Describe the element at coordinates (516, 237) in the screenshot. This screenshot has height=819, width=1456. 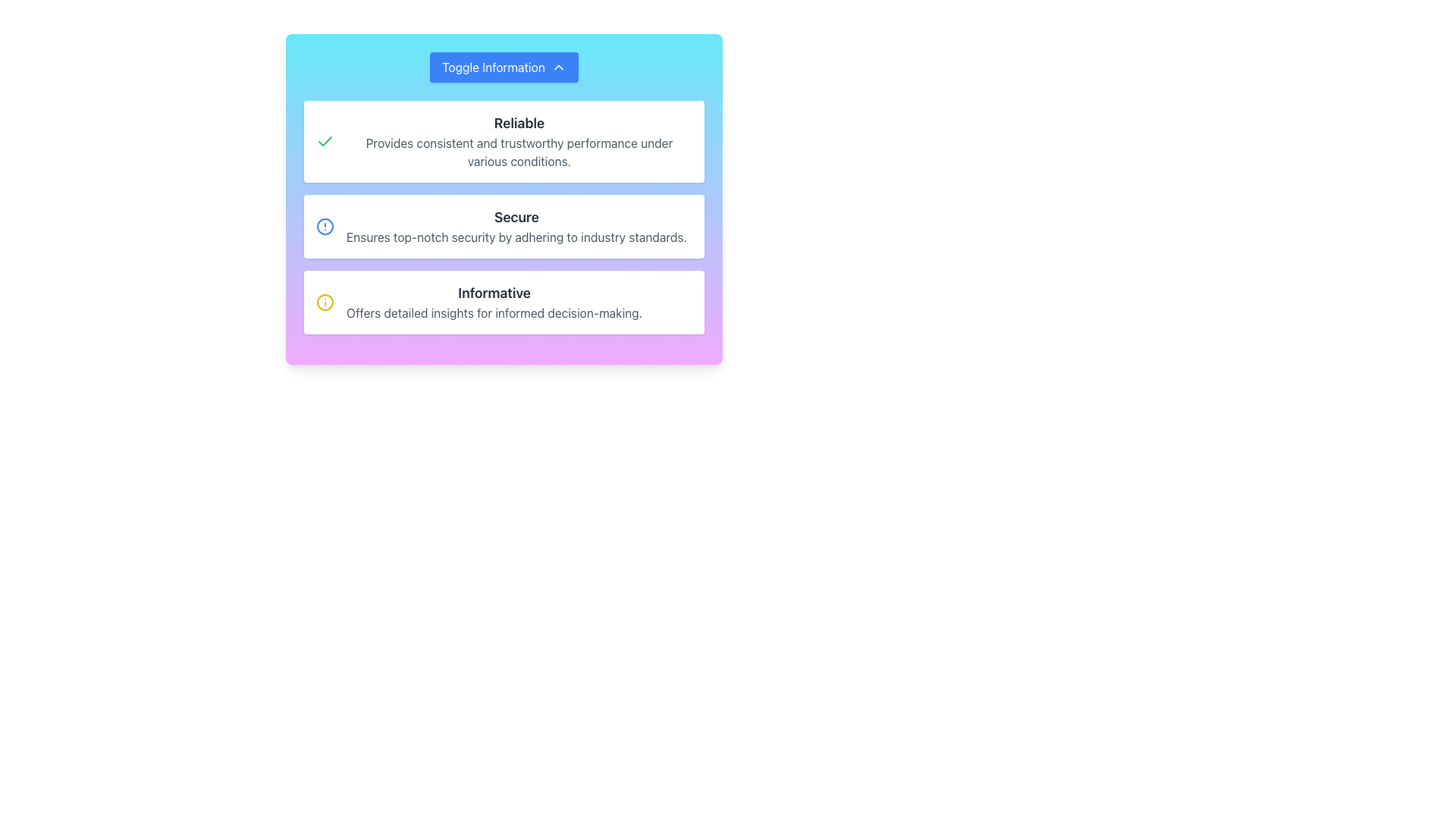
I see `supplementary information text located below the 'Secure' heading, which provides a description of the 'Secure' feature` at that location.